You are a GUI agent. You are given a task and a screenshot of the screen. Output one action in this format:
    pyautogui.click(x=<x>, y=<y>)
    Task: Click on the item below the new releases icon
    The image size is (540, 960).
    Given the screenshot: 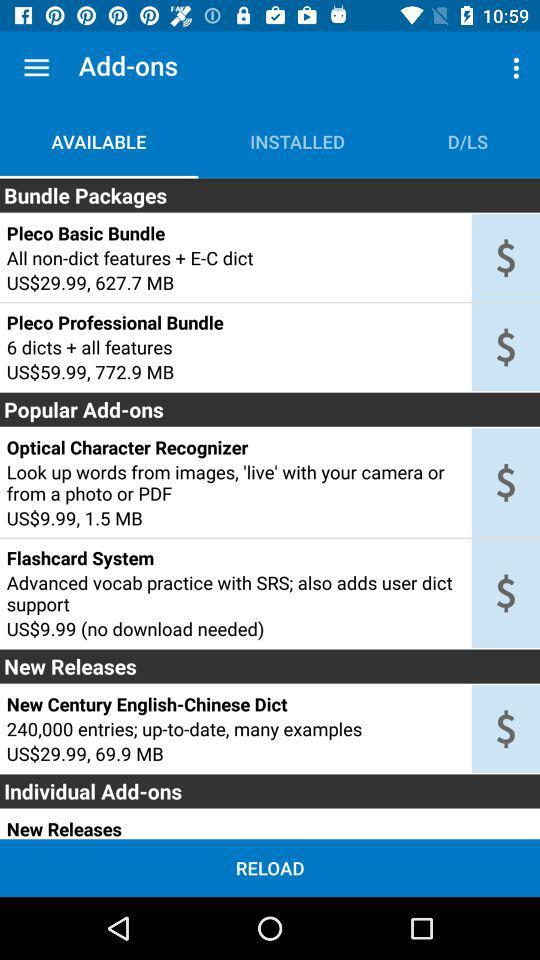 What is the action you would take?
    pyautogui.click(x=234, y=704)
    